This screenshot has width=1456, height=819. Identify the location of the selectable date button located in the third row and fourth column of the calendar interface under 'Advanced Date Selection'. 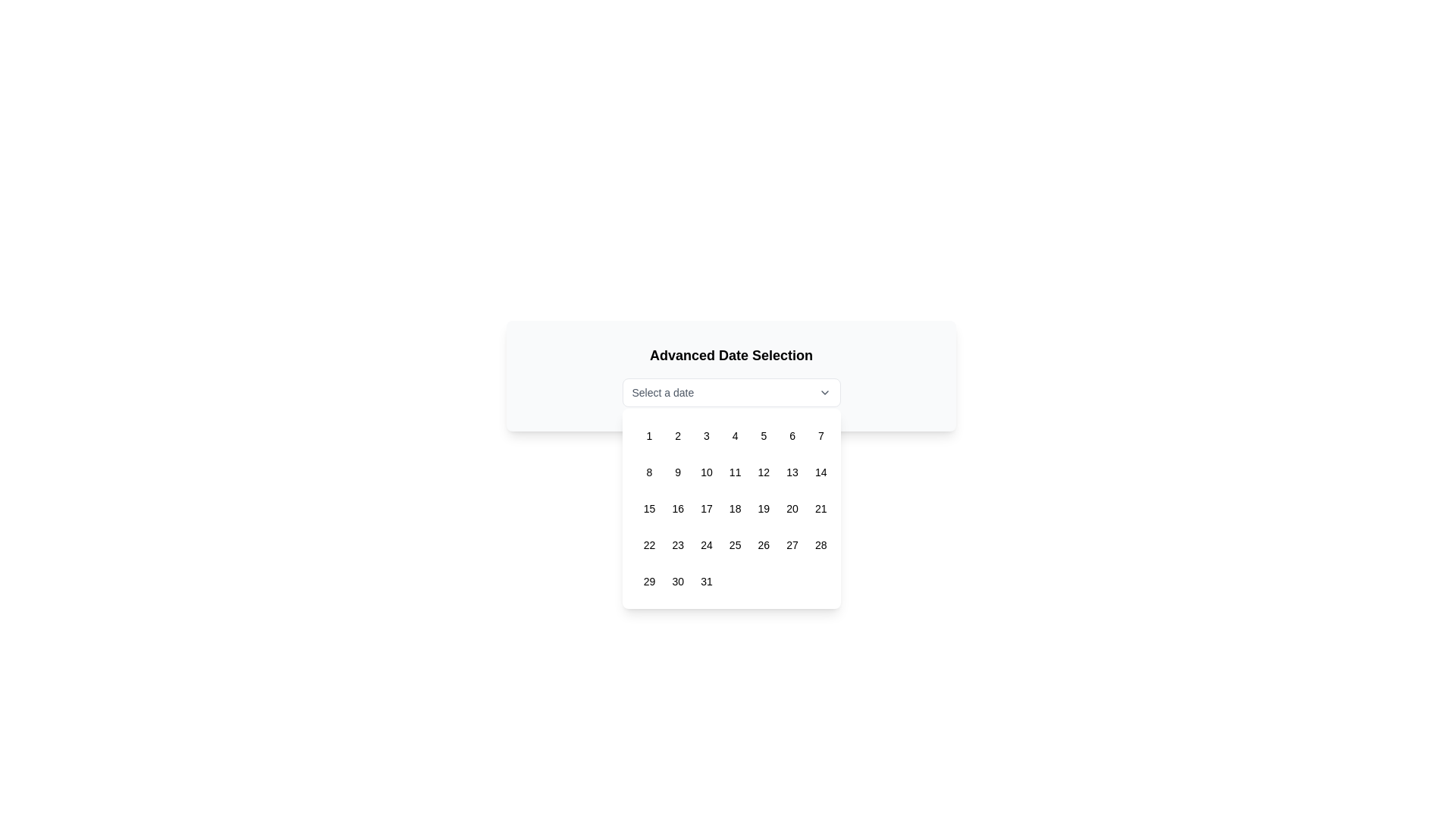
(676, 509).